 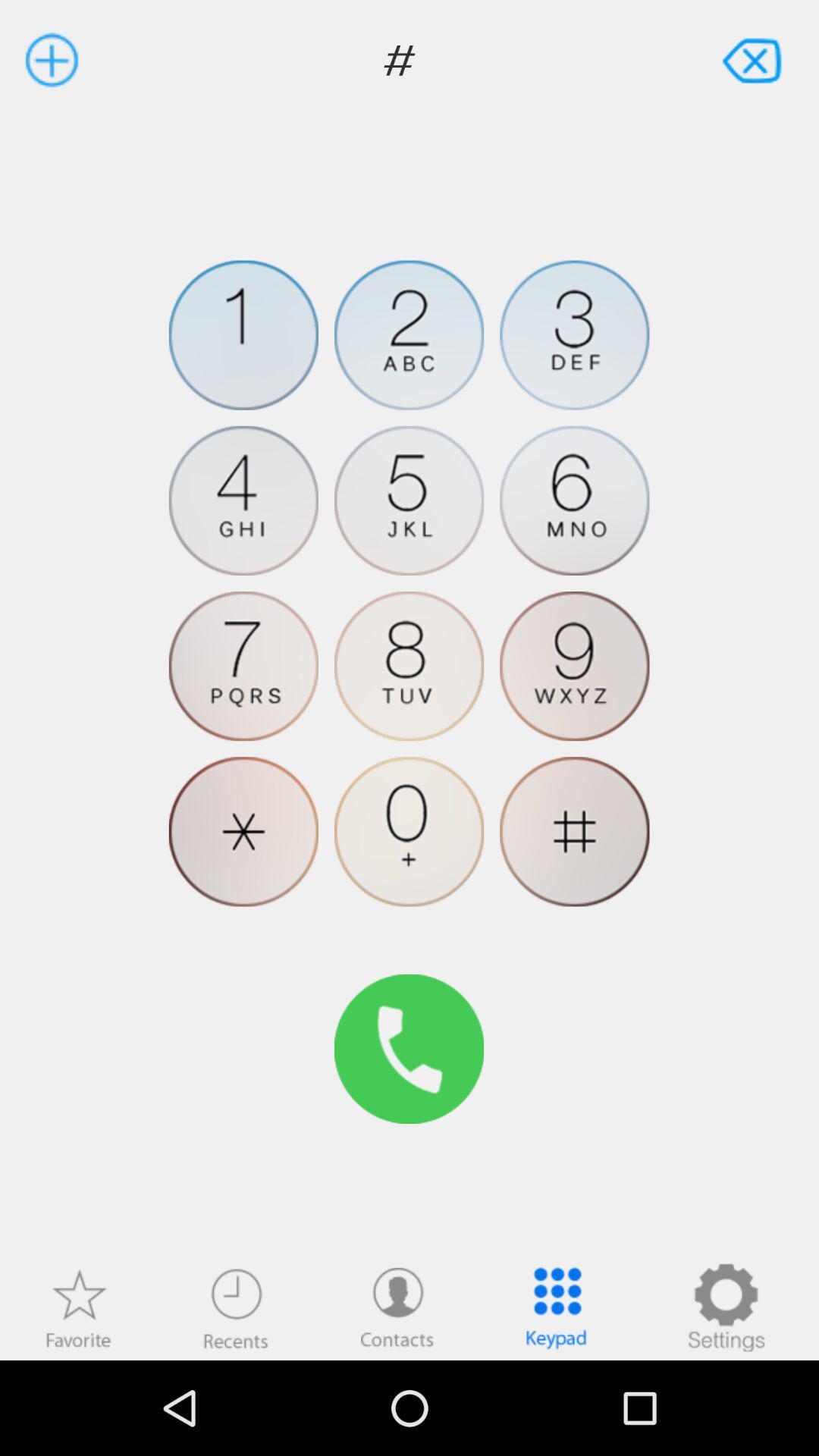 I want to click on insert 0, so click(x=408, y=830).